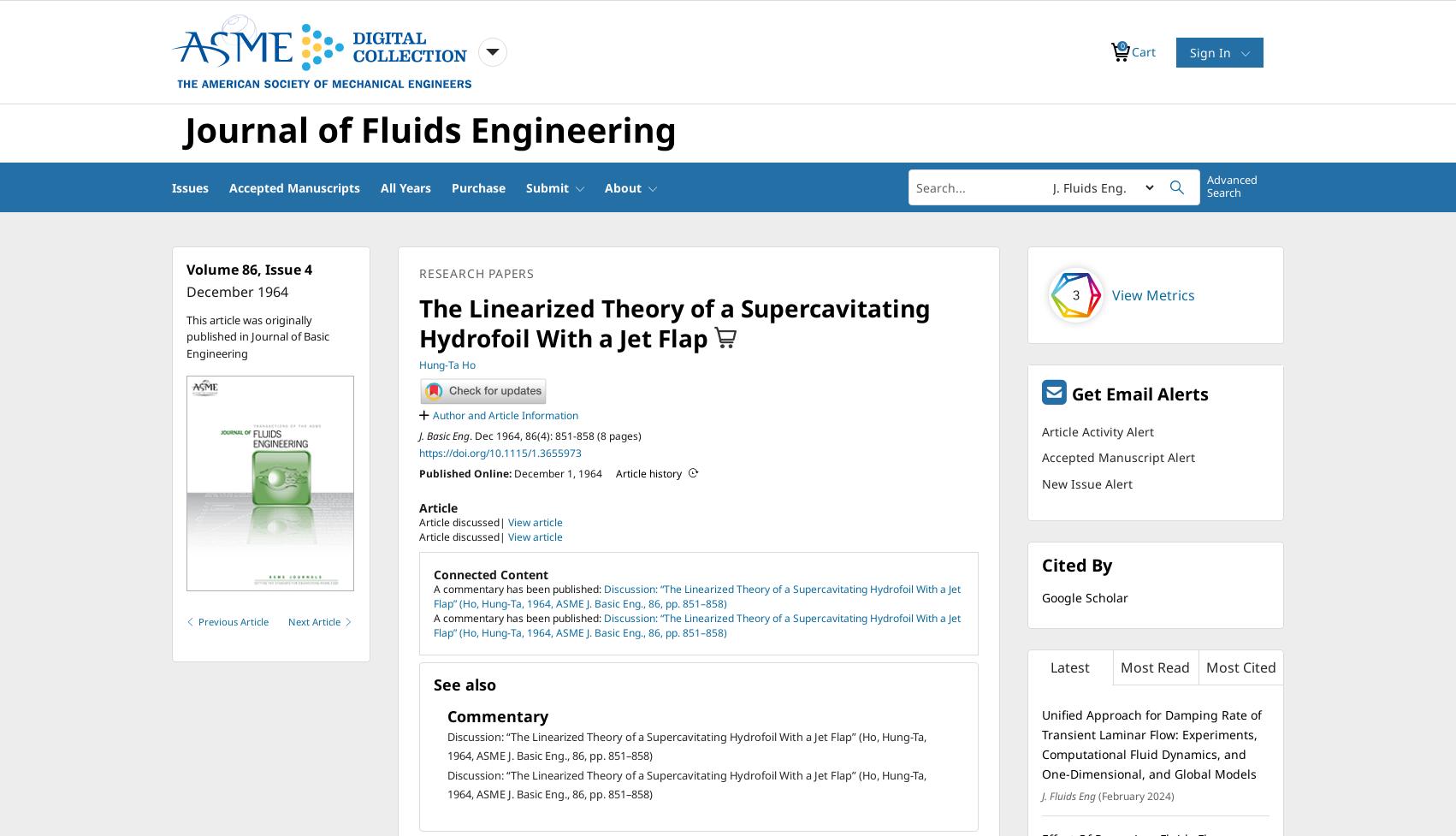  What do you see at coordinates (555, 434) in the screenshot?
I see `'. Dec 1964, 86(4): 851-858 (8 pages)'` at bounding box center [555, 434].